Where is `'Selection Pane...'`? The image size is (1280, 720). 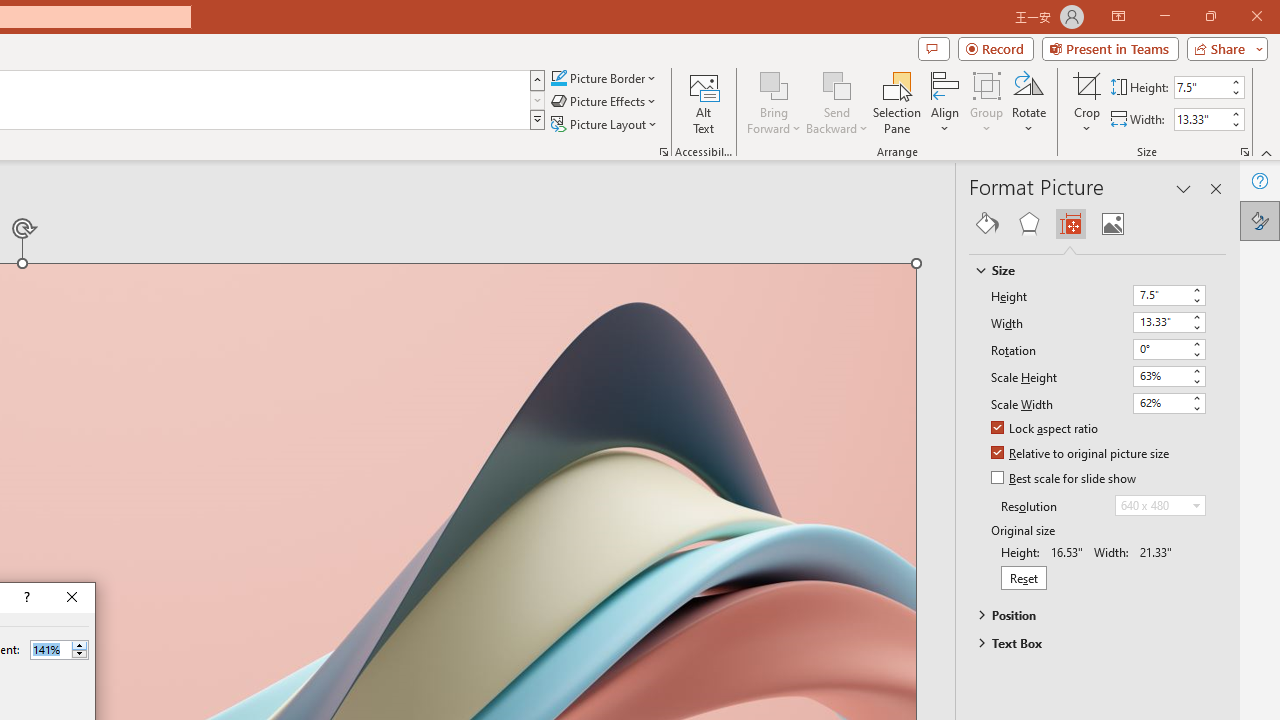
'Selection Pane...' is located at coordinates (896, 103).